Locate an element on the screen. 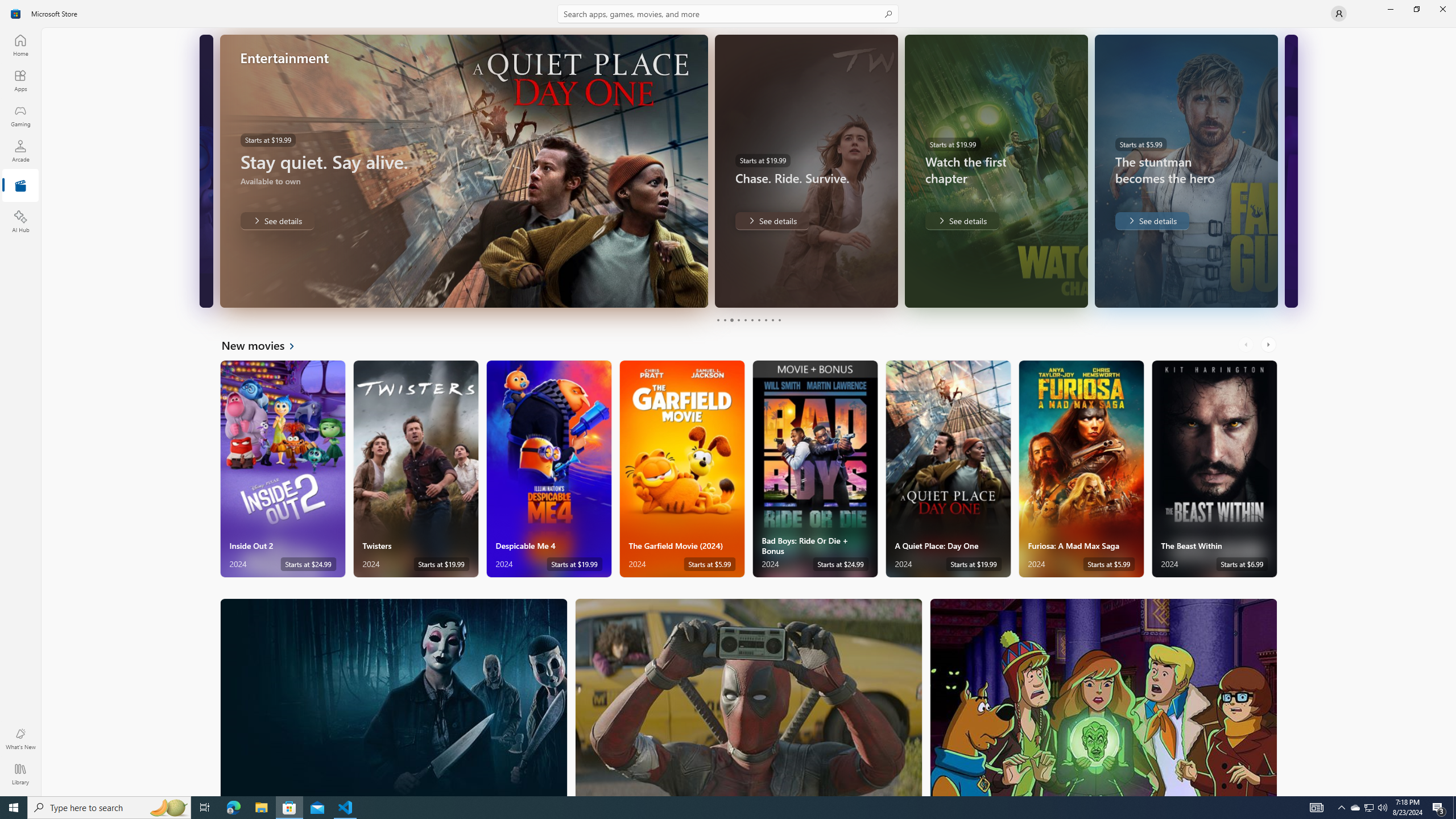 Image resolution: width=1456 pixels, height=819 pixels. 'Pager' is located at coordinates (748, 320).